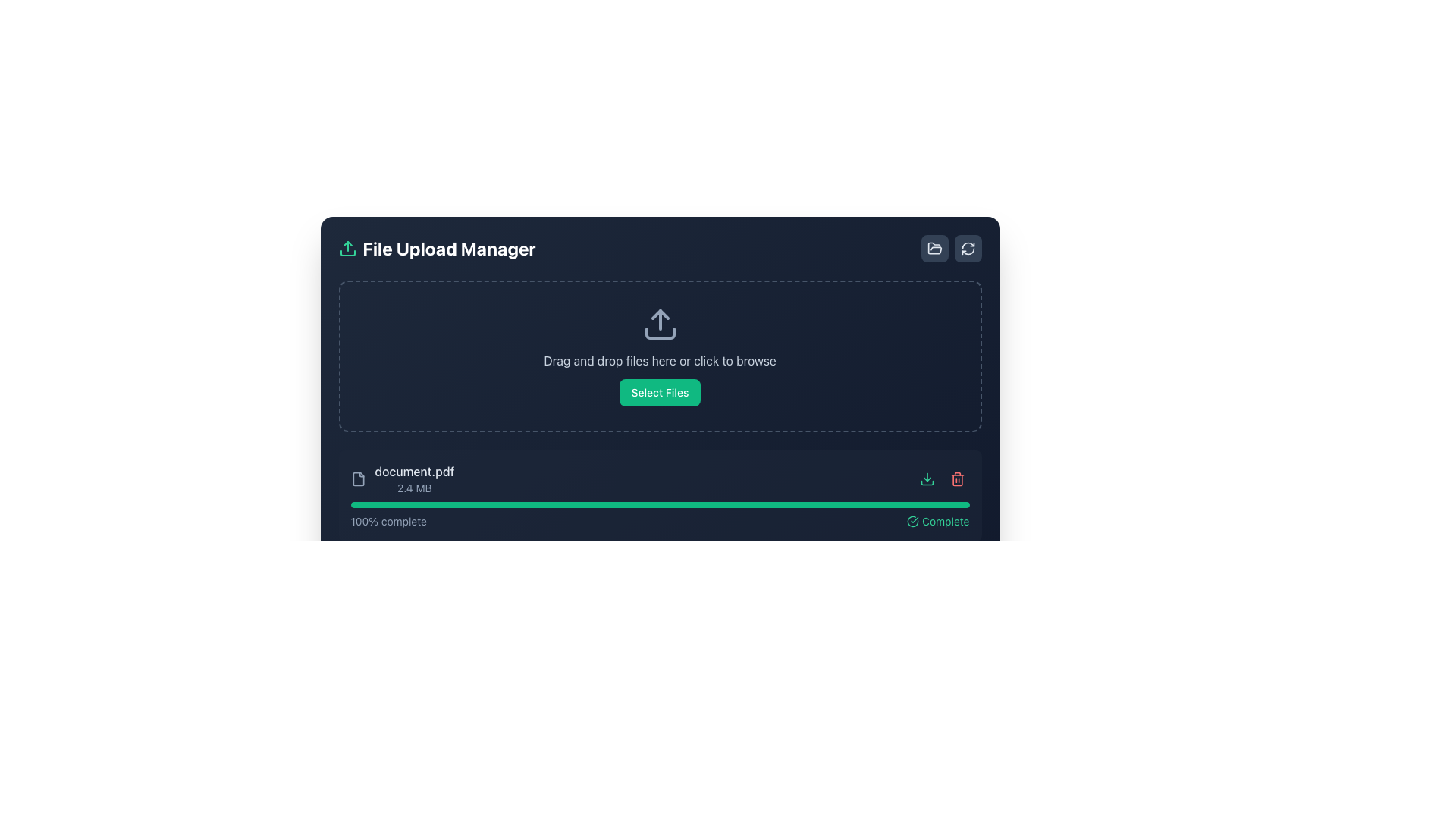  Describe the element at coordinates (937, 520) in the screenshot. I see `the Status indicator that features a green checkmark icon and the text 'Complete', which signifies a completed status` at that location.